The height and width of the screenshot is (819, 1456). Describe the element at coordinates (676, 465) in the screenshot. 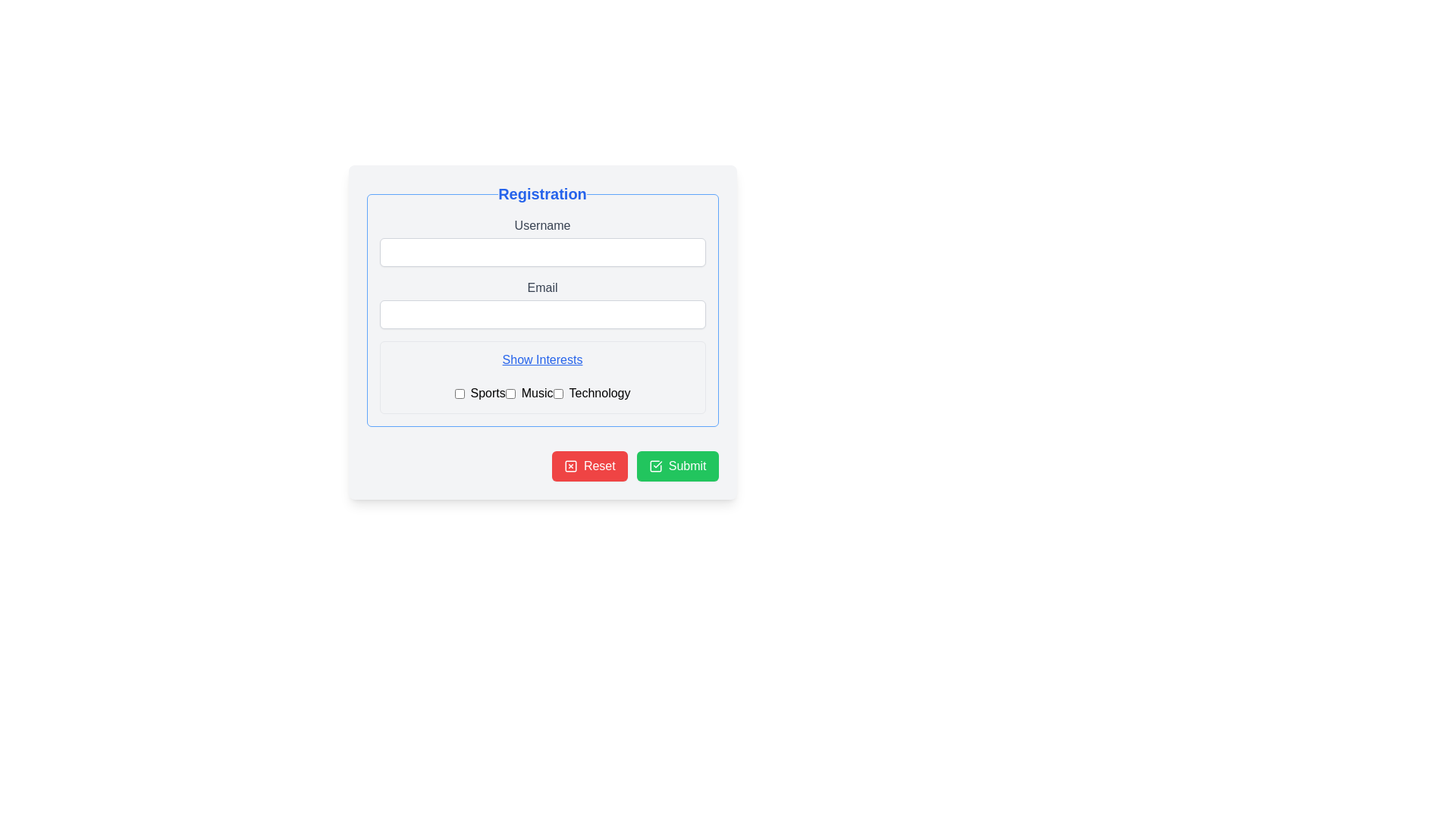

I see `the submit button located at the bottom-right corner of the form interface to initiate the submission process` at that location.